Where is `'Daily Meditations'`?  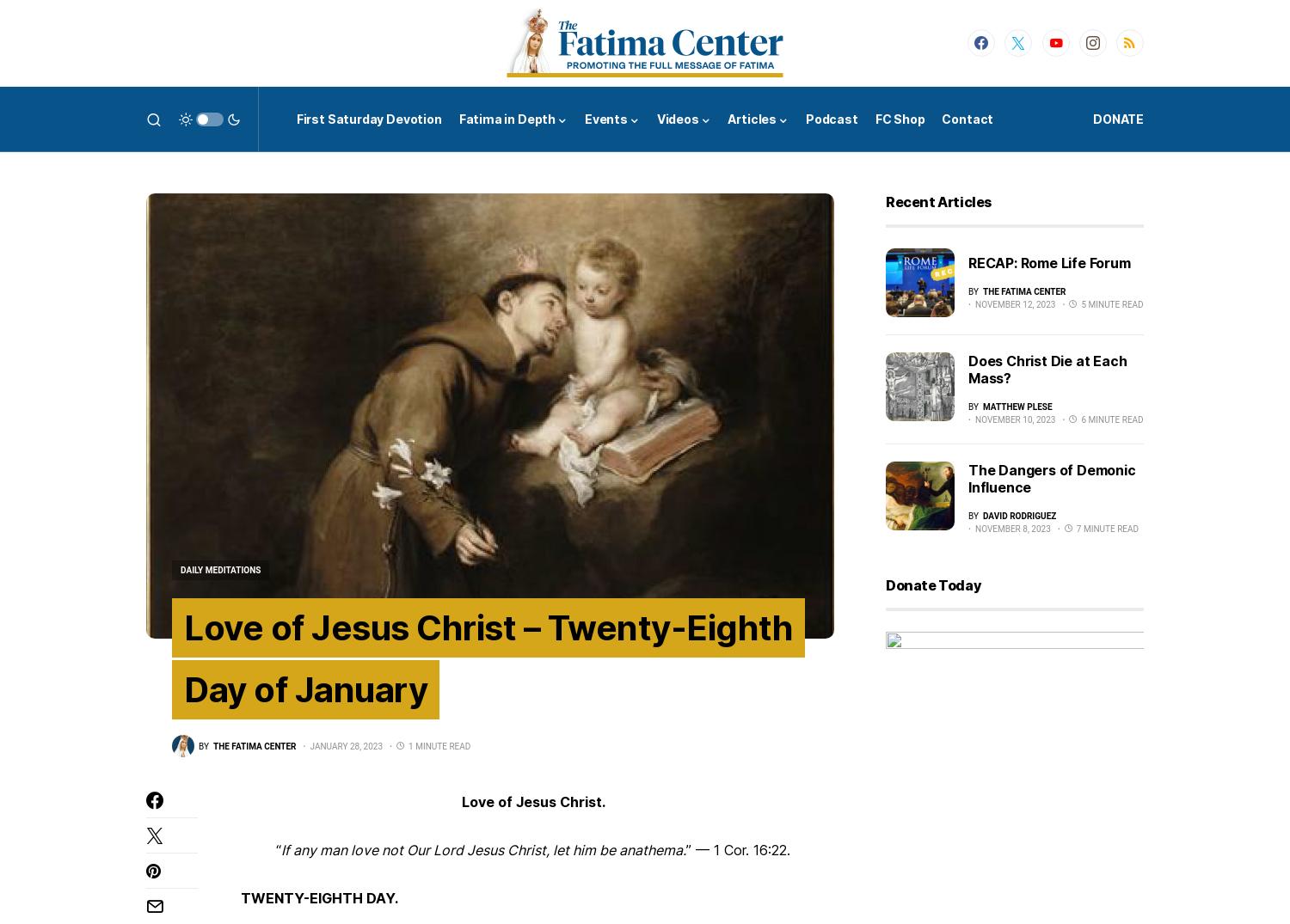 'Daily Meditations' is located at coordinates (220, 570).